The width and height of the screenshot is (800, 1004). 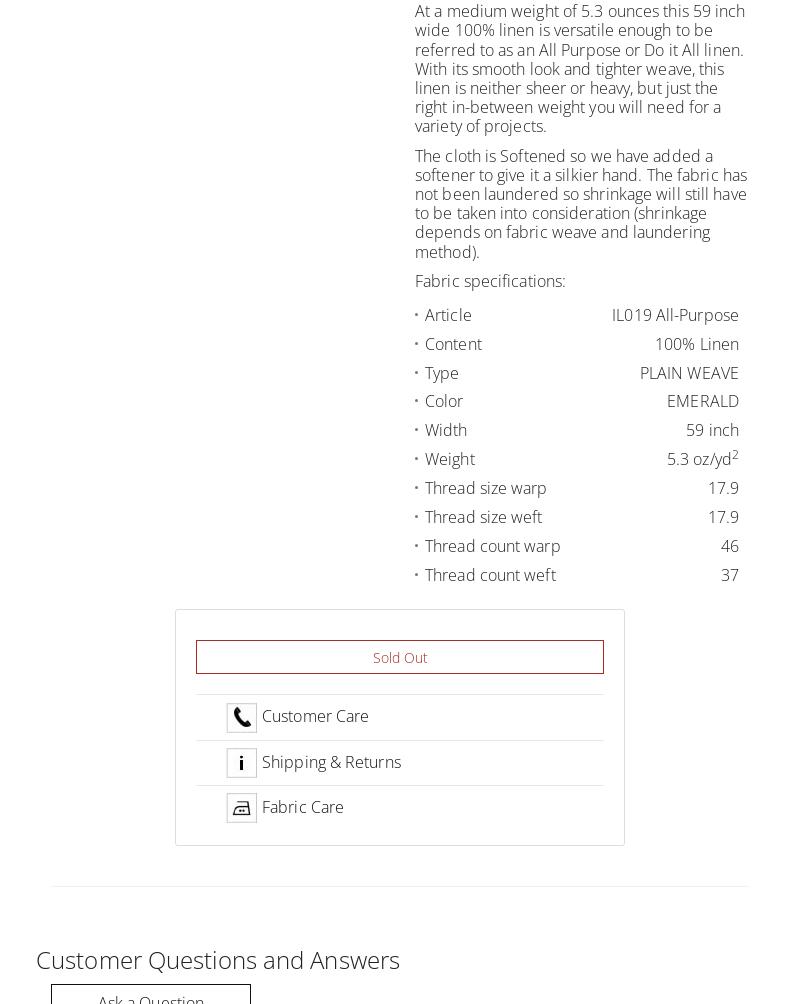 I want to click on 'Color', so click(x=443, y=399).